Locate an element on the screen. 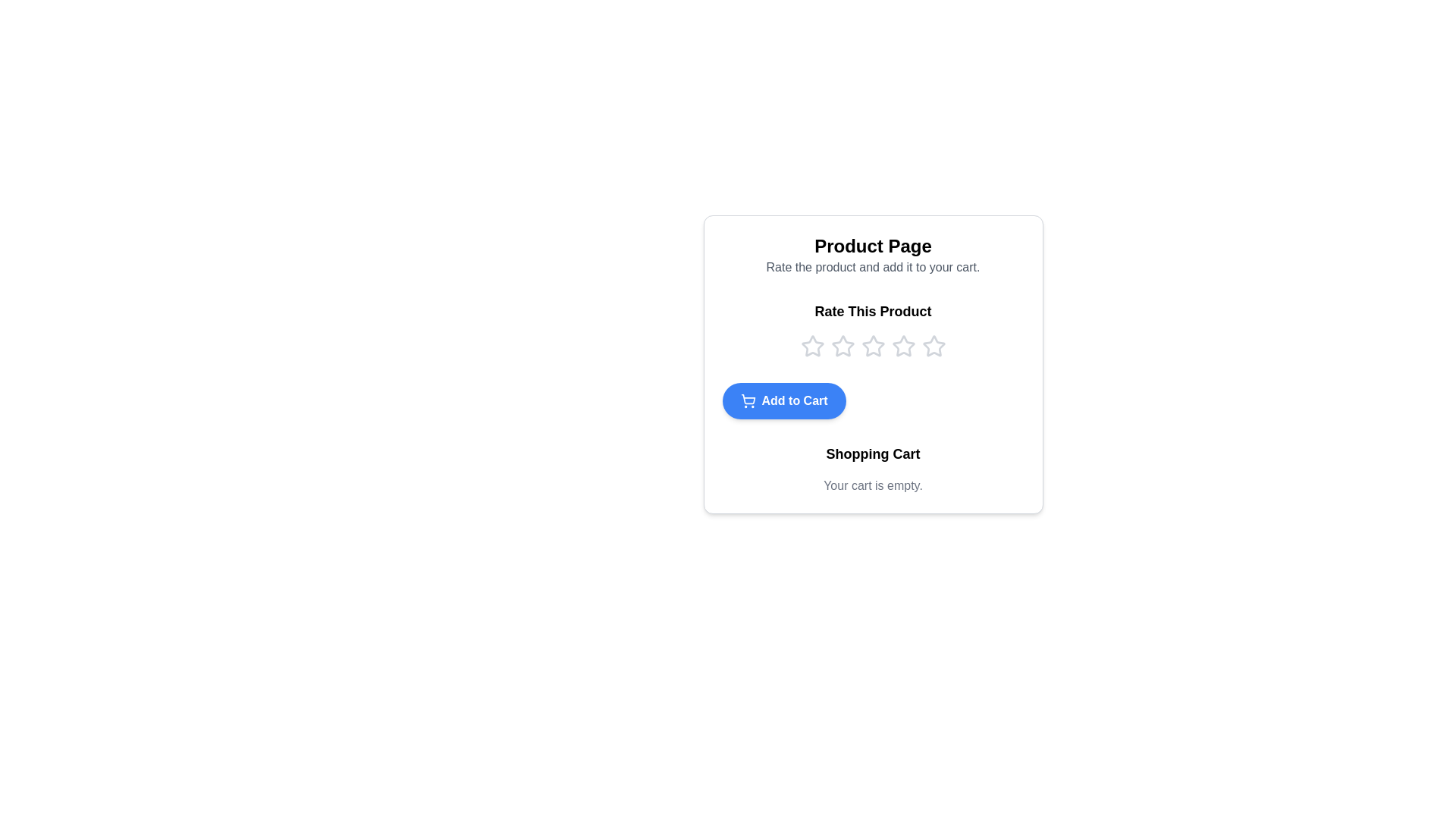 This screenshot has width=1456, height=819. the prominent button that allows users to add the currently viewed product to their shopping cart, located centrally below the rating stars and above the Shopping Cart section is located at coordinates (784, 400).